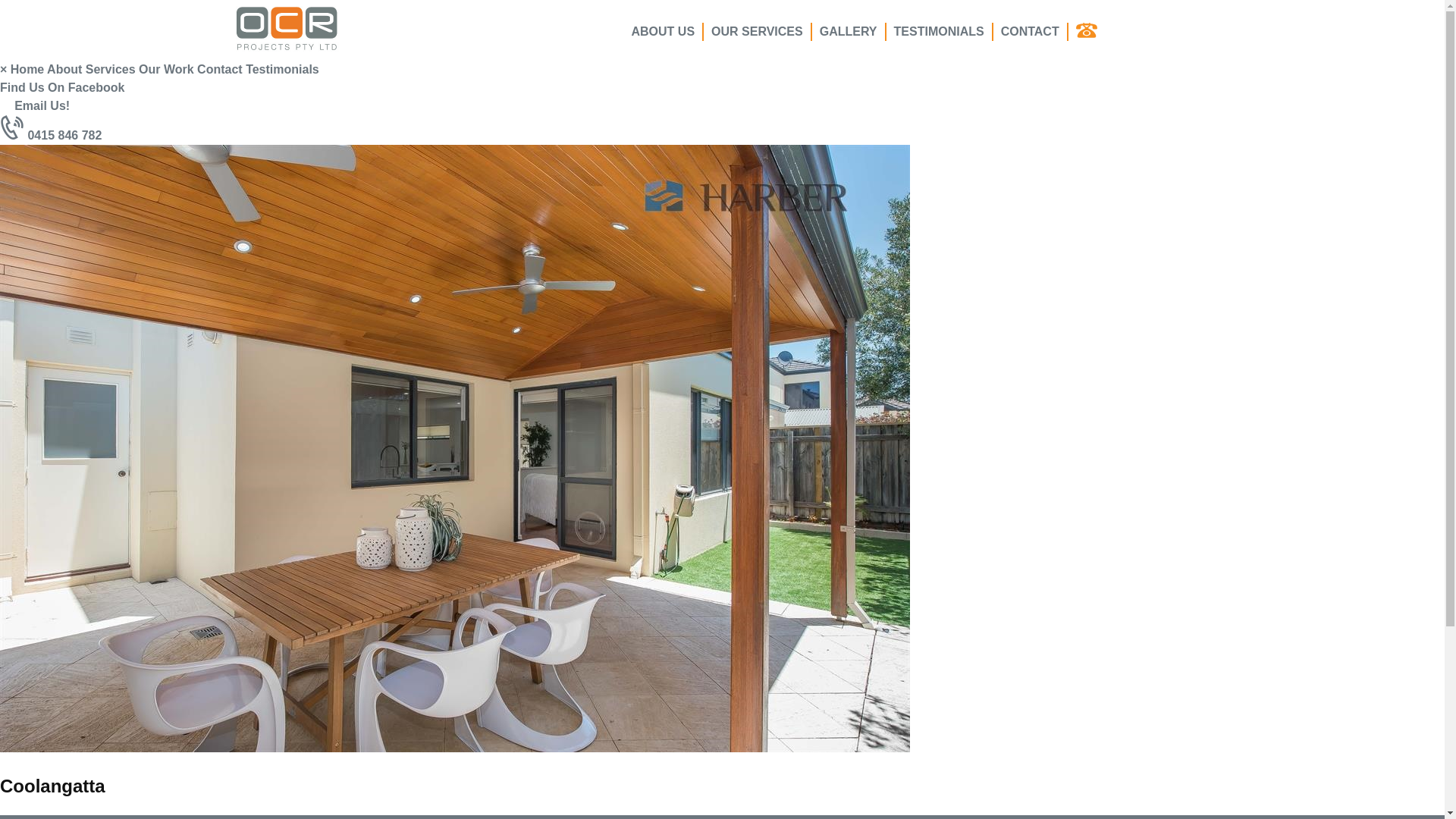  What do you see at coordinates (109, 69) in the screenshot?
I see `'Services'` at bounding box center [109, 69].